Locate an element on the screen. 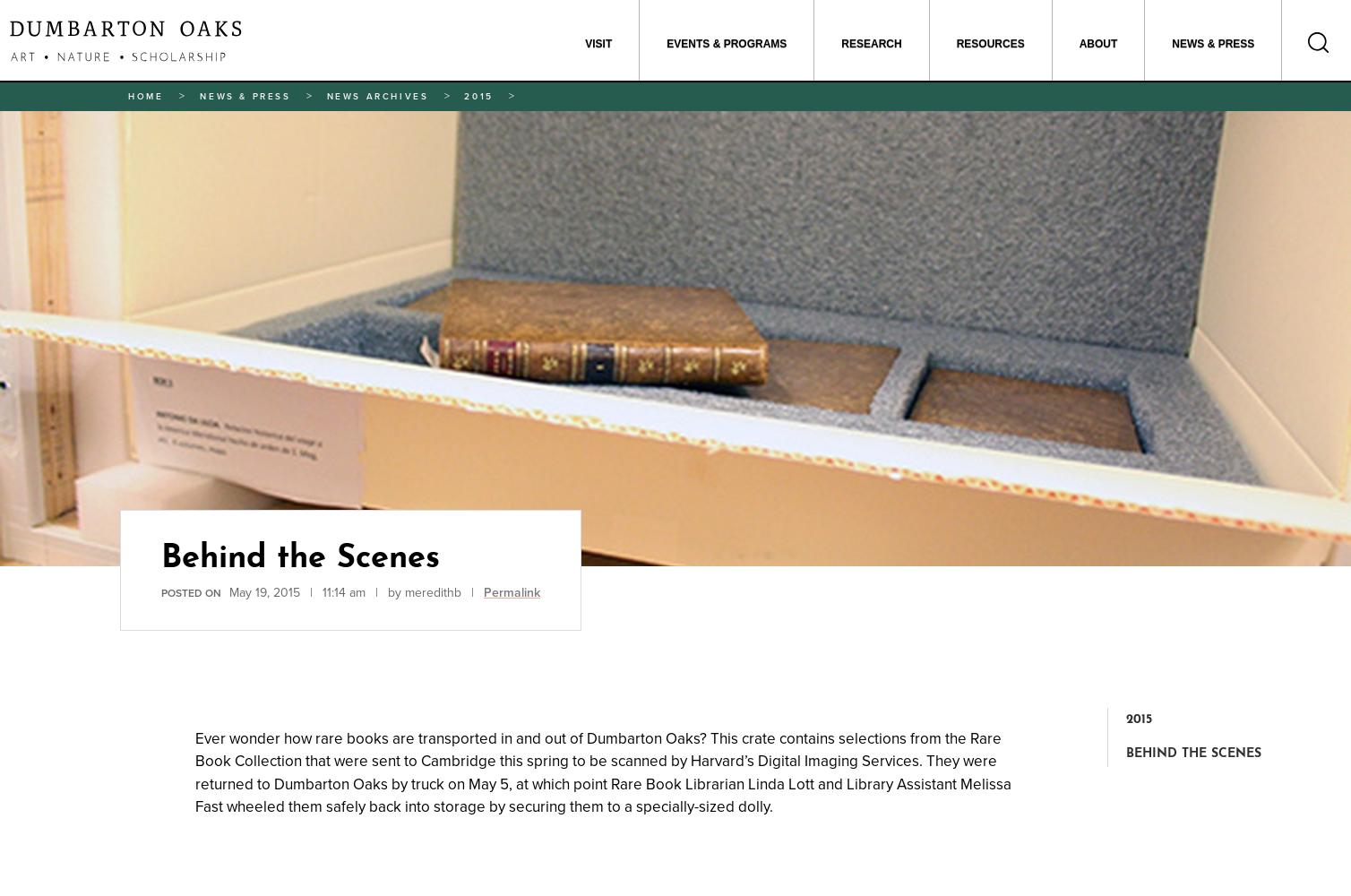 This screenshot has height=896, width=1351. 'Garden and Landscape Studies' is located at coordinates (869, 110).